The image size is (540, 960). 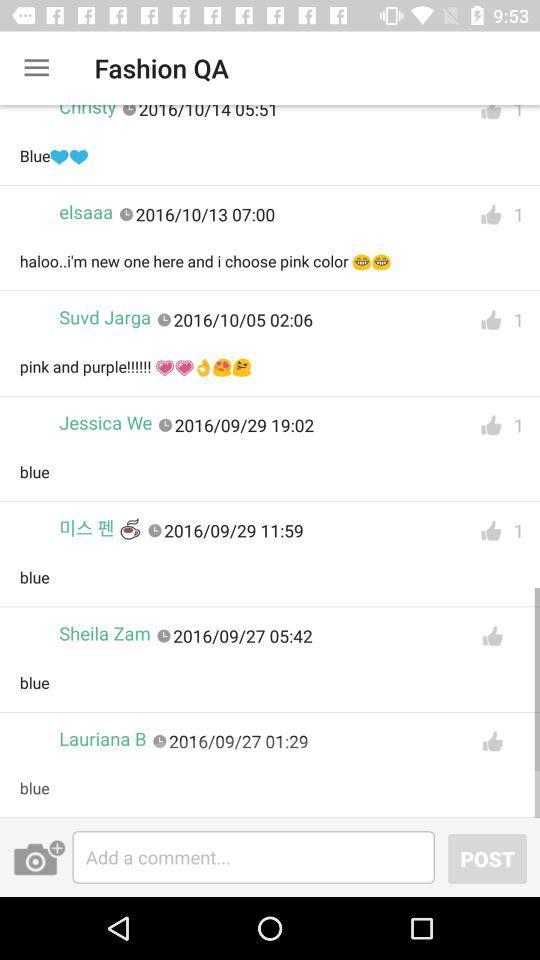 What do you see at coordinates (39, 856) in the screenshot?
I see `upload a photo` at bounding box center [39, 856].